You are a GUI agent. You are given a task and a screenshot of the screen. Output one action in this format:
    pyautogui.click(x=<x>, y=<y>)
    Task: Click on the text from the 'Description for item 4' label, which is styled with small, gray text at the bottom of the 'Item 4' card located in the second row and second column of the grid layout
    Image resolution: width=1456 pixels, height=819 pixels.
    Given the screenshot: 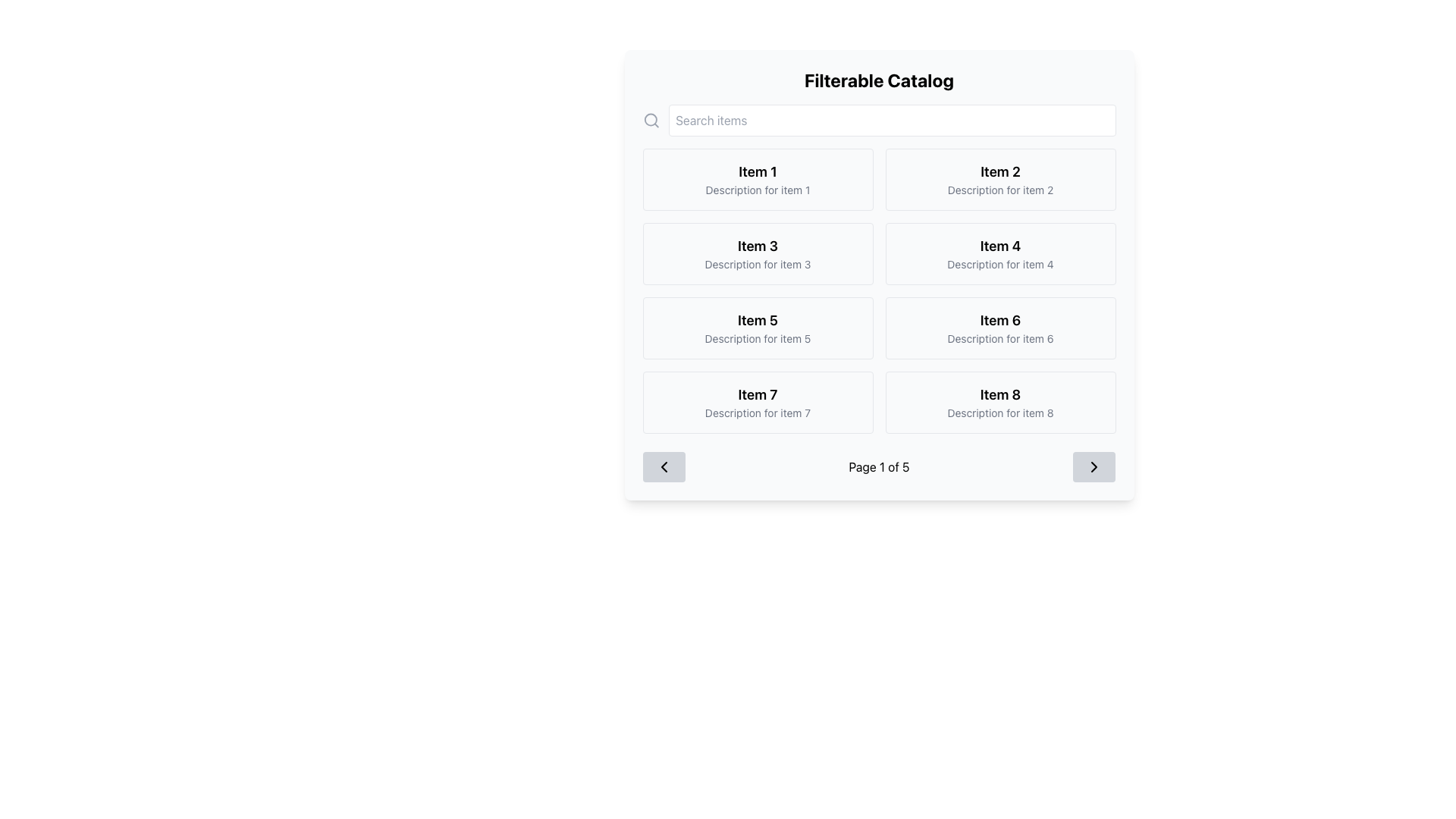 What is the action you would take?
    pyautogui.click(x=1000, y=263)
    